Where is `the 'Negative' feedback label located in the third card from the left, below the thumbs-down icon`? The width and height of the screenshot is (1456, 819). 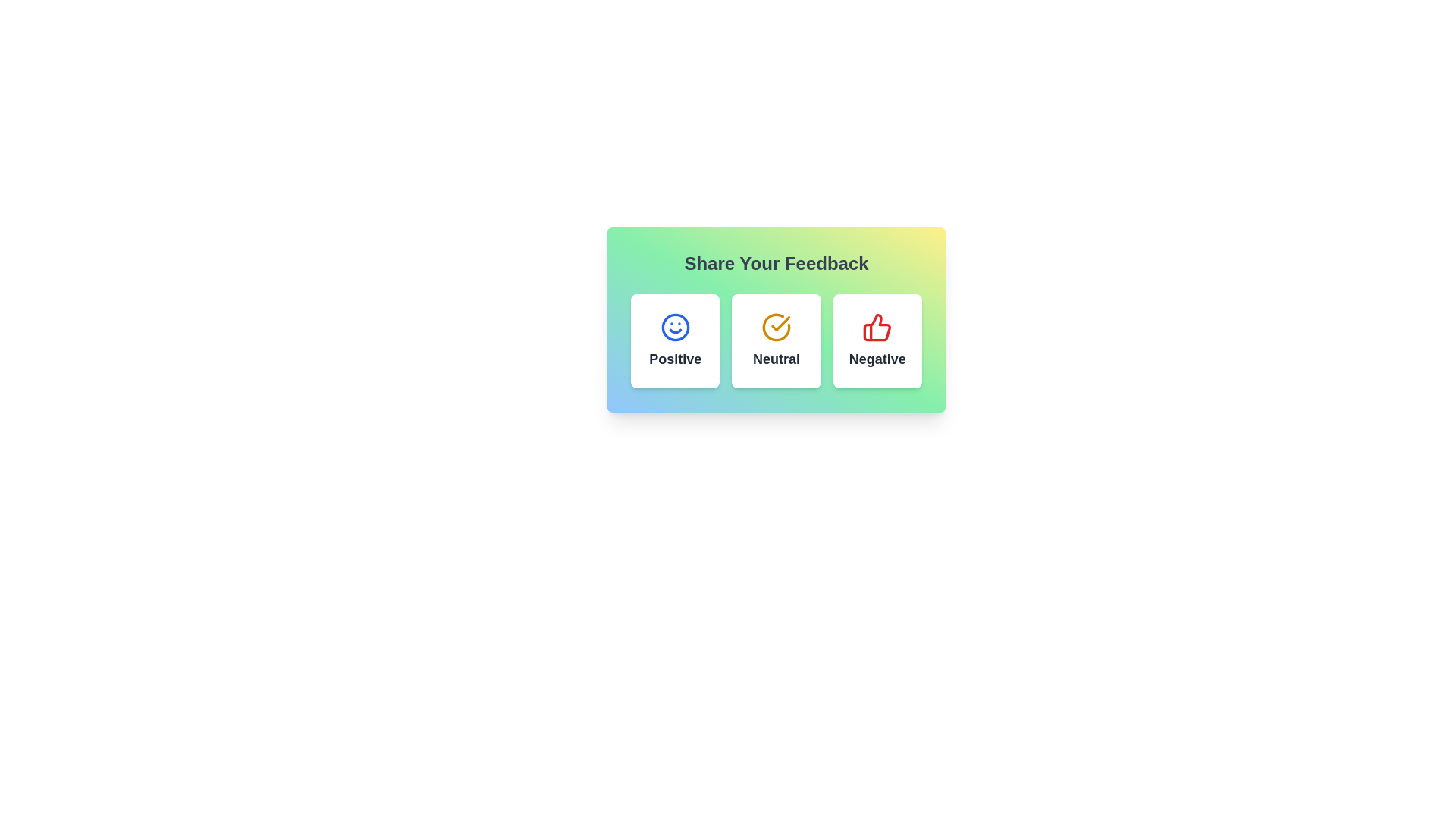 the 'Negative' feedback label located in the third card from the left, below the thumbs-down icon is located at coordinates (877, 359).